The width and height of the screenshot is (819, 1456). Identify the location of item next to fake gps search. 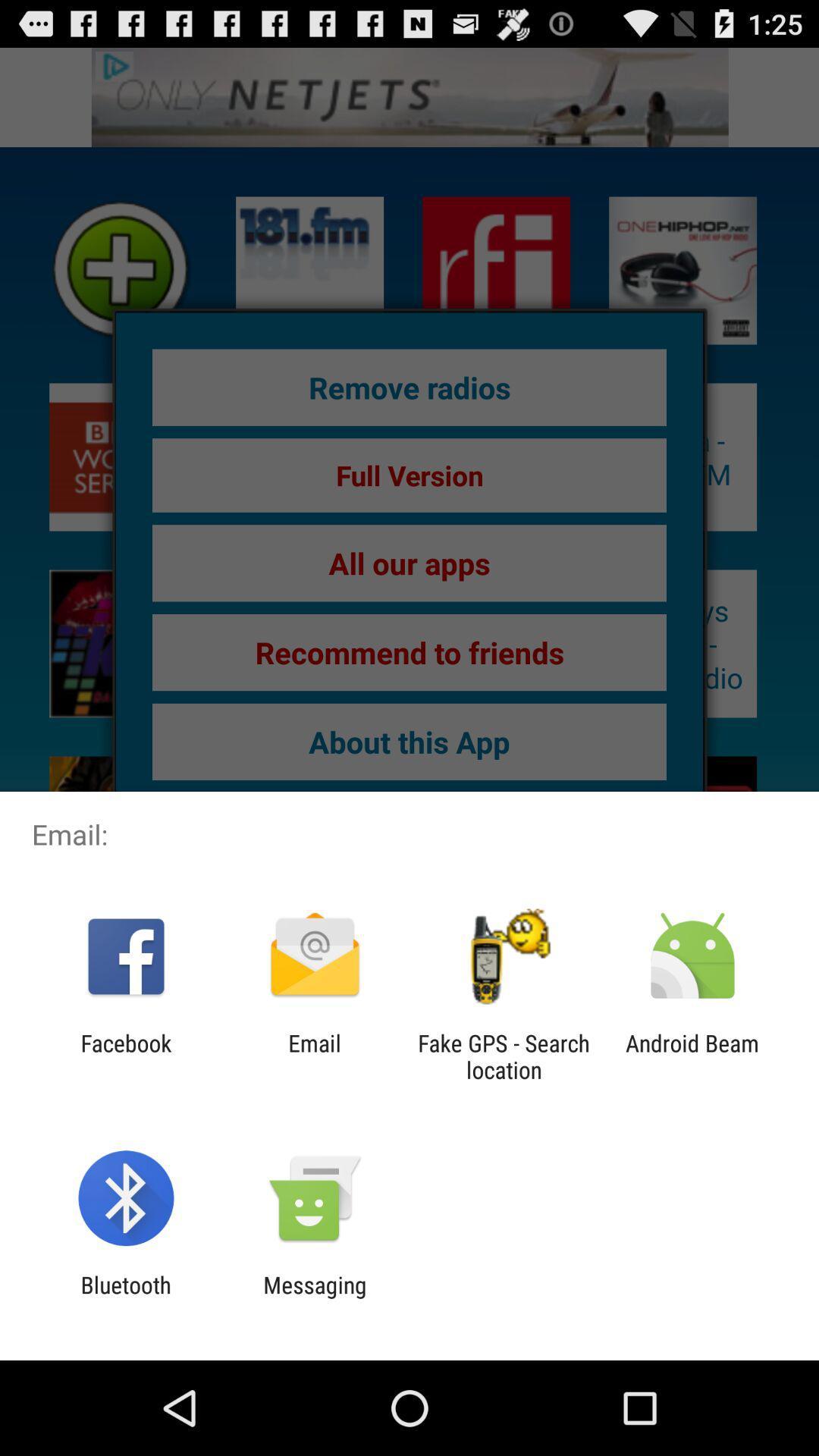
(692, 1056).